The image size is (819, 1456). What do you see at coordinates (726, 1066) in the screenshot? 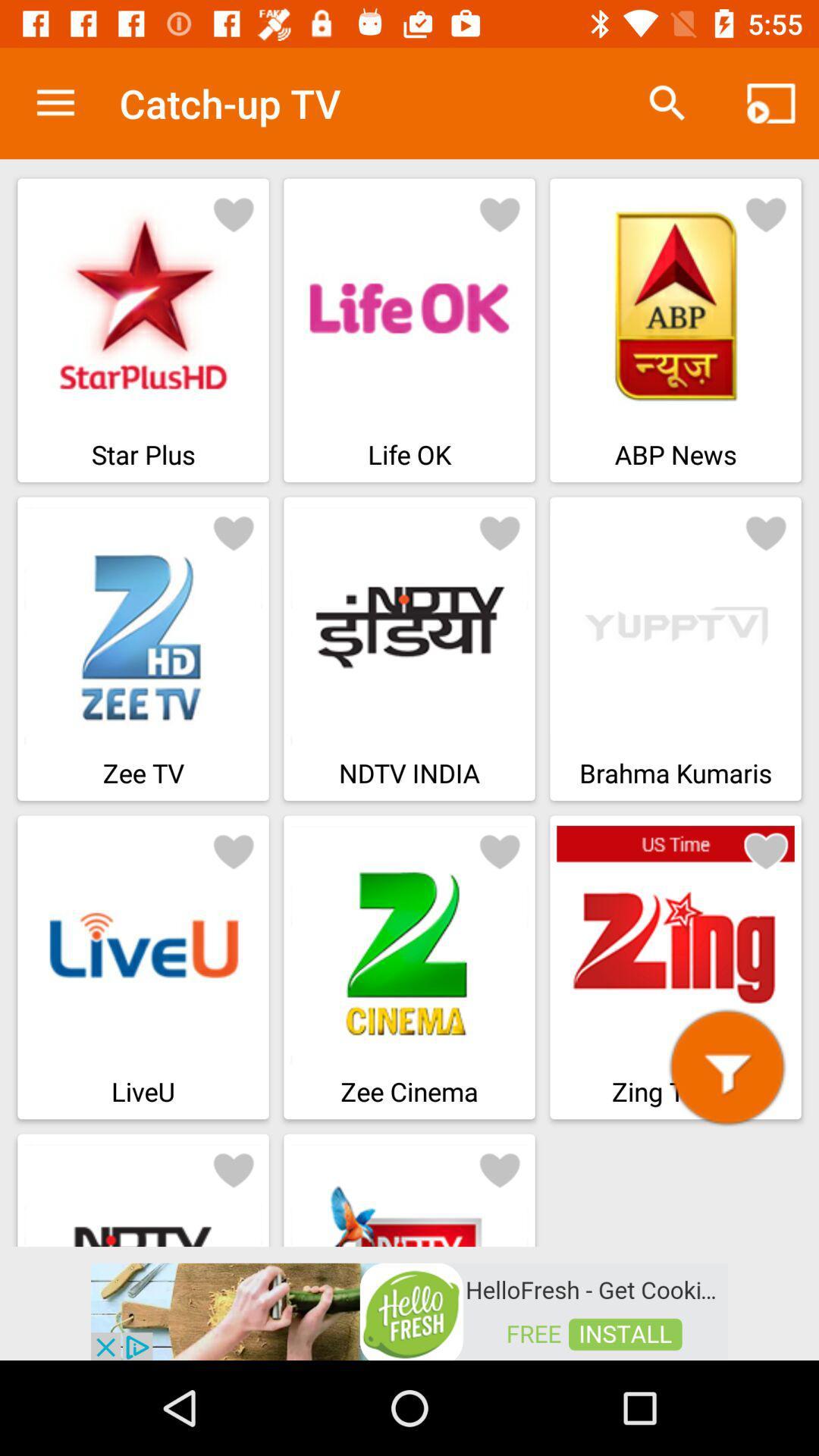
I see `zing` at bounding box center [726, 1066].